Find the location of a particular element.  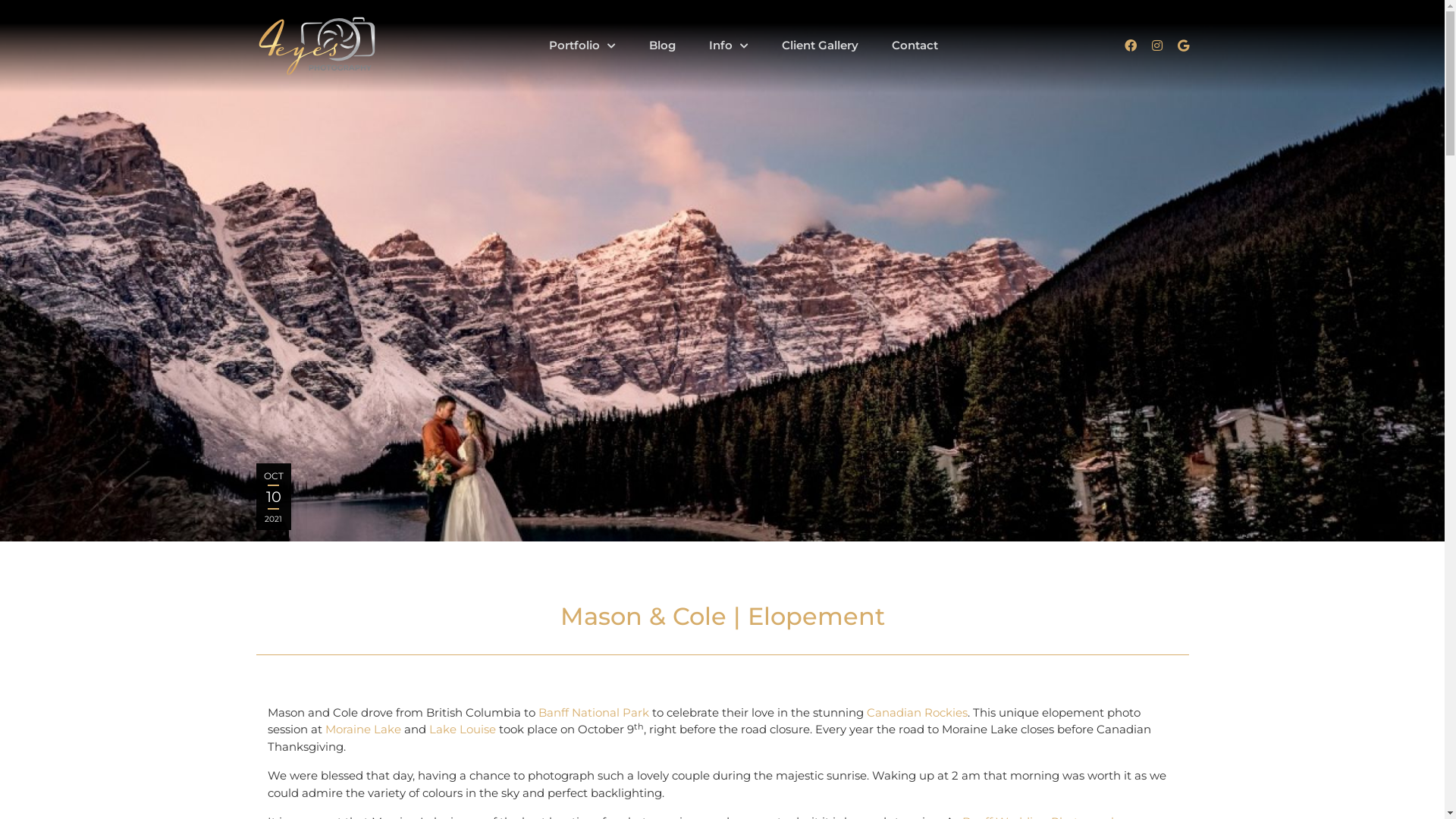

'Contact' is located at coordinates (877, 44).